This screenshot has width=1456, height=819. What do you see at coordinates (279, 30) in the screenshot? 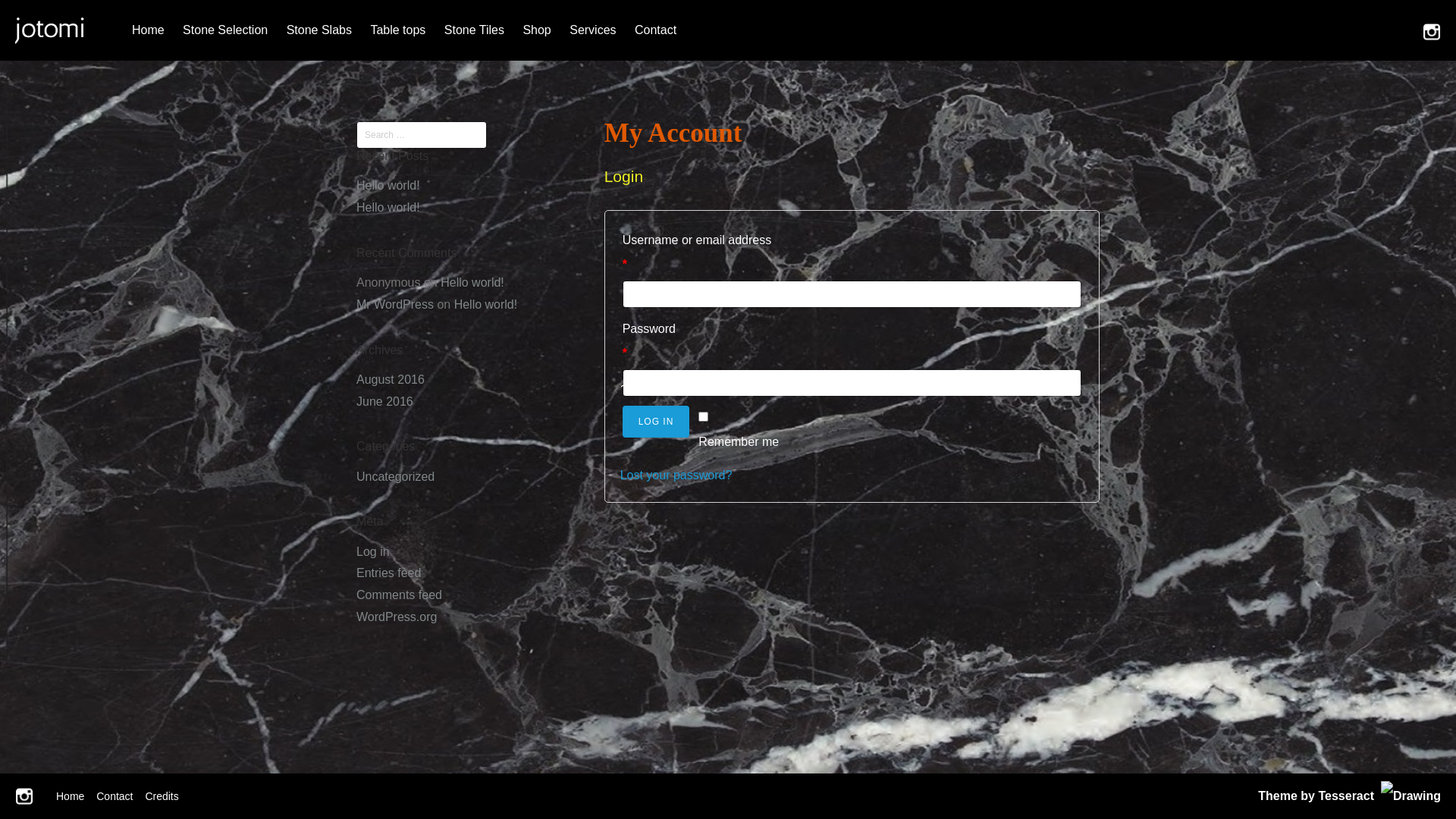
I see `'Stone Slabs'` at bounding box center [279, 30].